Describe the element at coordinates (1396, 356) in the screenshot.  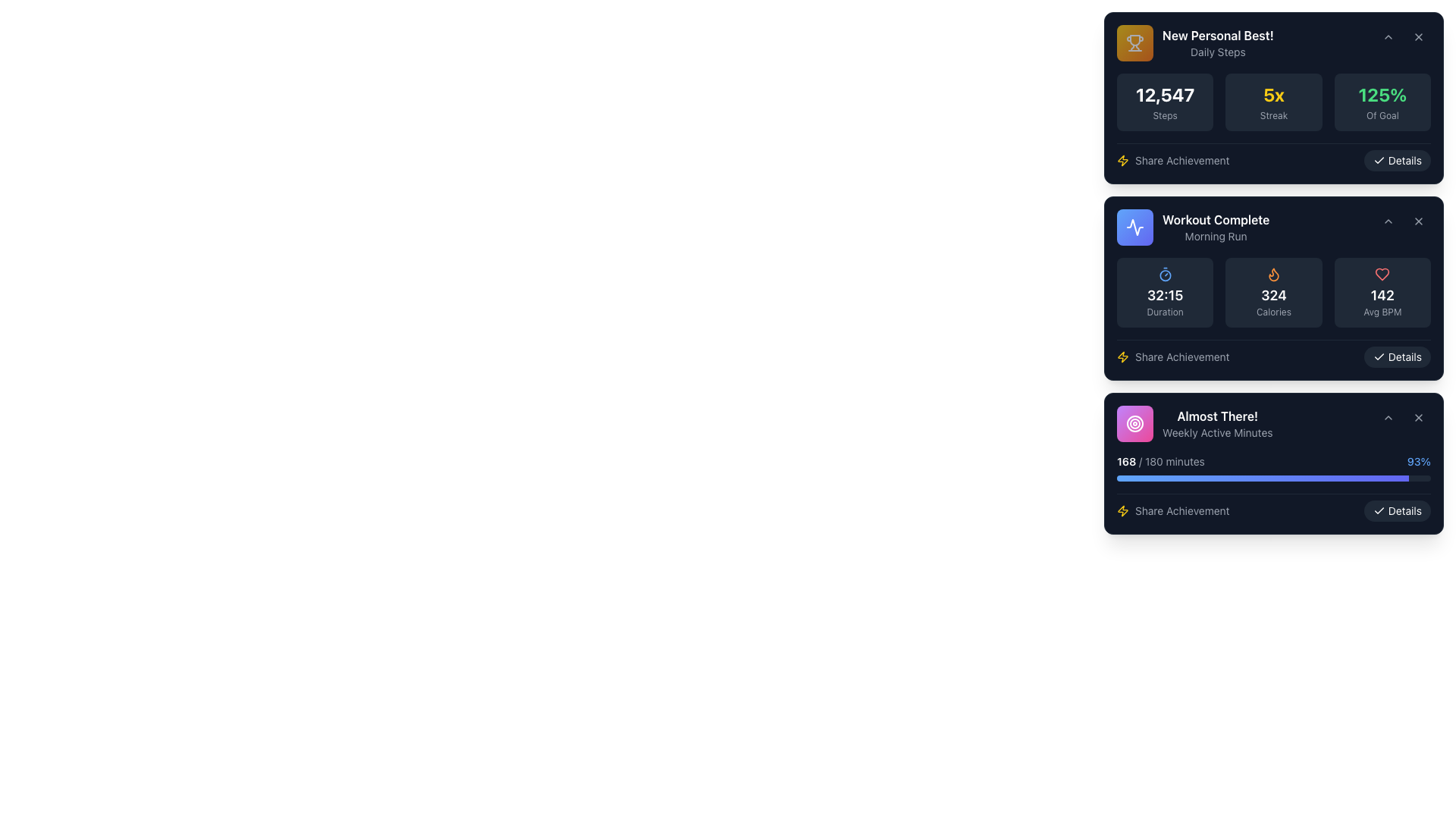
I see `the button located in the lower-right corner of the second card in a vertical stack of three cards` at that location.